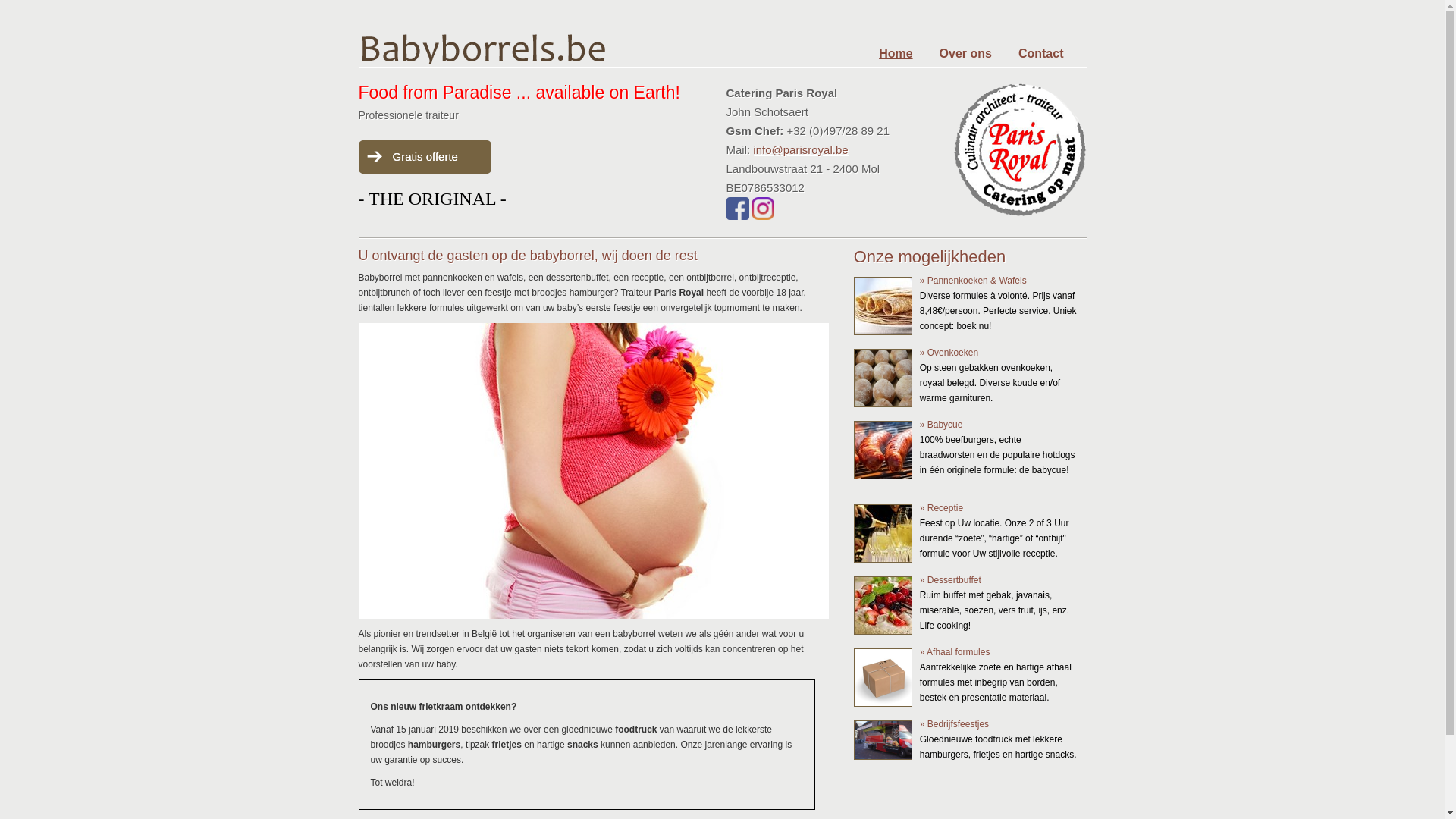 This screenshot has width=1456, height=819. I want to click on 'Home', so click(895, 52).